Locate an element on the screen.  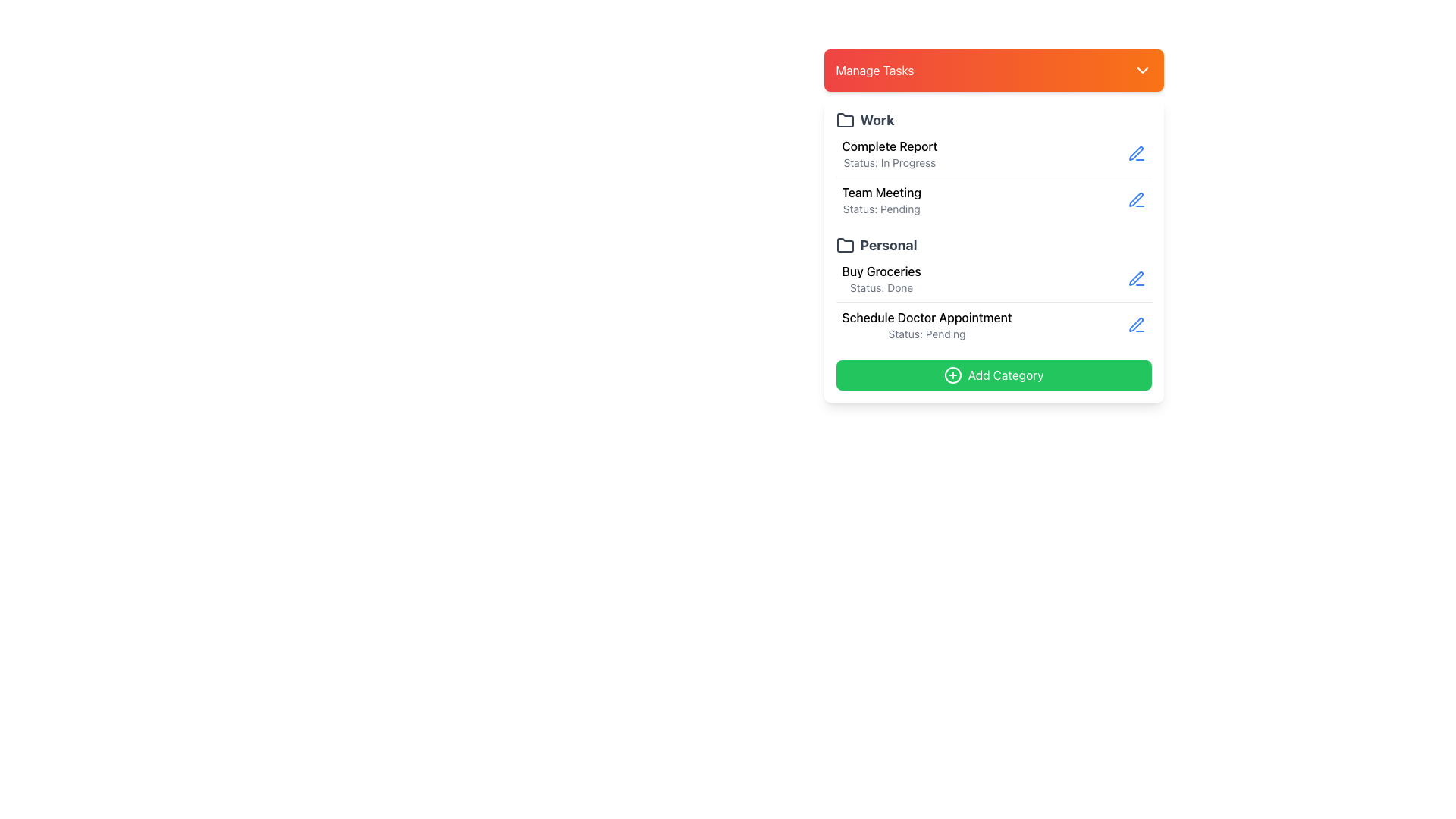
the static text label that reads 'Status: Pending', located below the title 'Team Meeting' in the 'Work' section of the 'Manage Tasks' list is located at coordinates (881, 209).